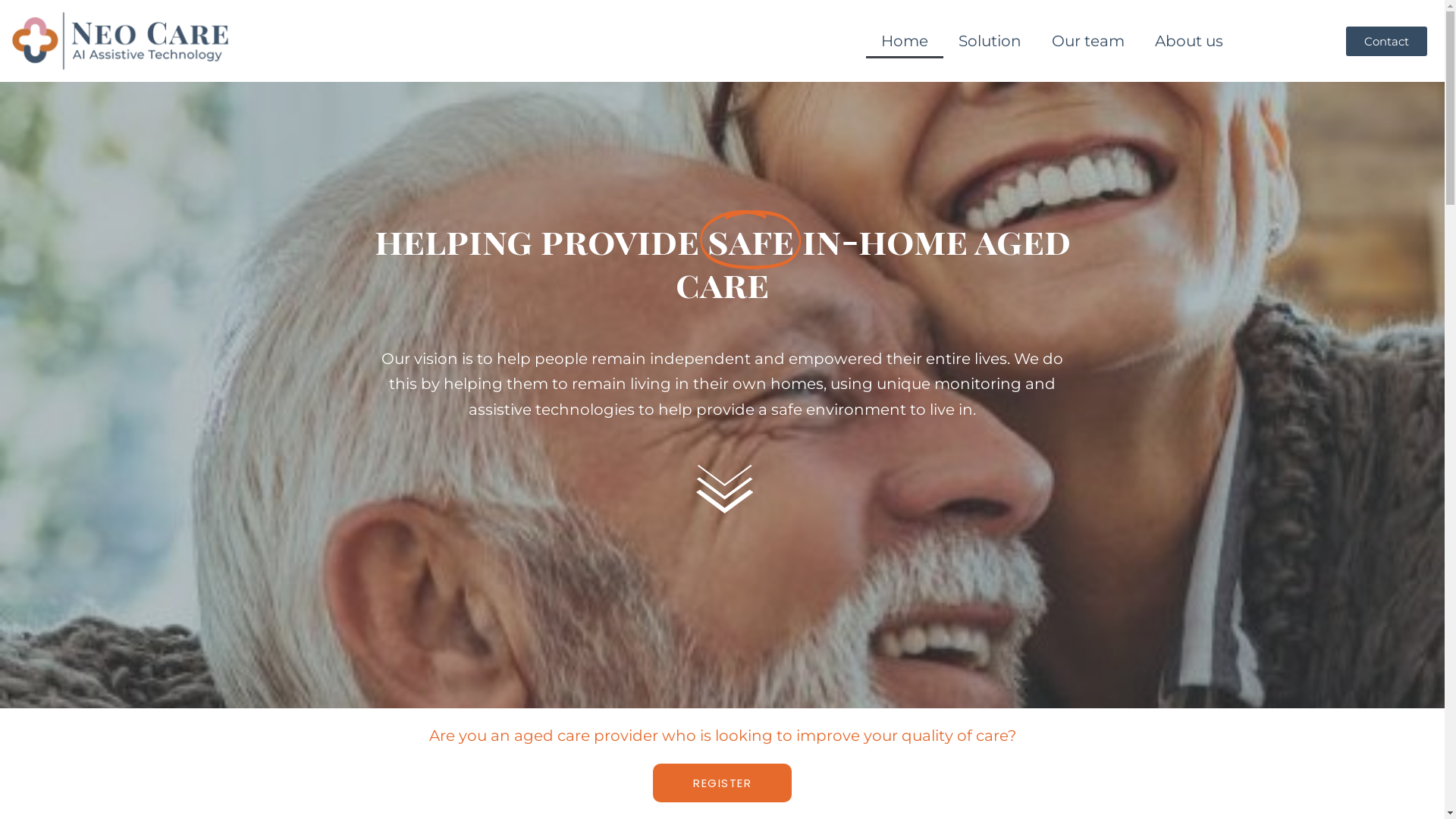  What do you see at coordinates (990, 40) in the screenshot?
I see `'Solution'` at bounding box center [990, 40].